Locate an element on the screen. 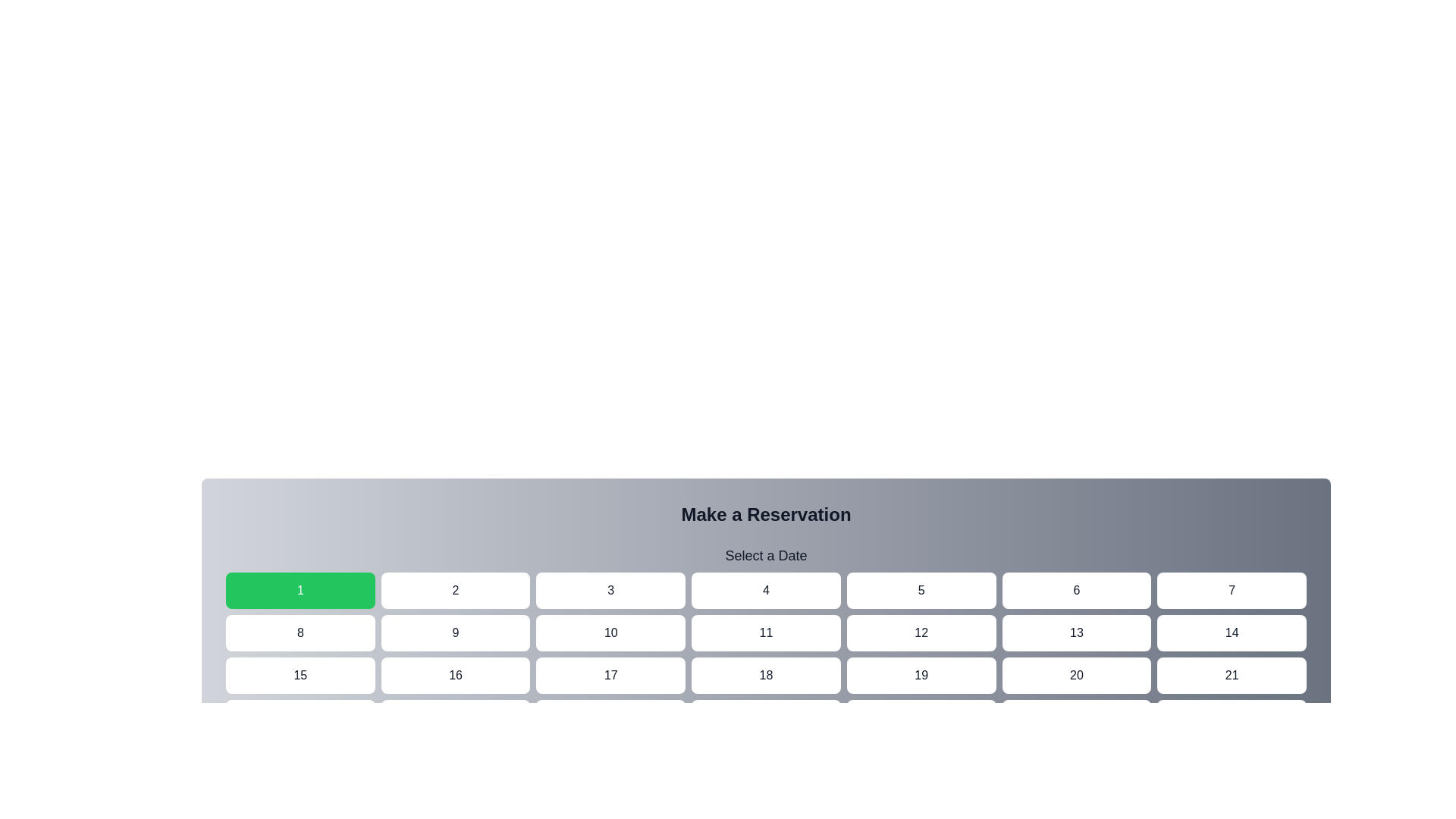 Image resolution: width=1456 pixels, height=819 pixels. the rectangular button with rounded corners labeled '12', located in the second row, fifth column of the grid below 'Make a Reservation' and 'Select a Date' is located at coordinates (921, 632).